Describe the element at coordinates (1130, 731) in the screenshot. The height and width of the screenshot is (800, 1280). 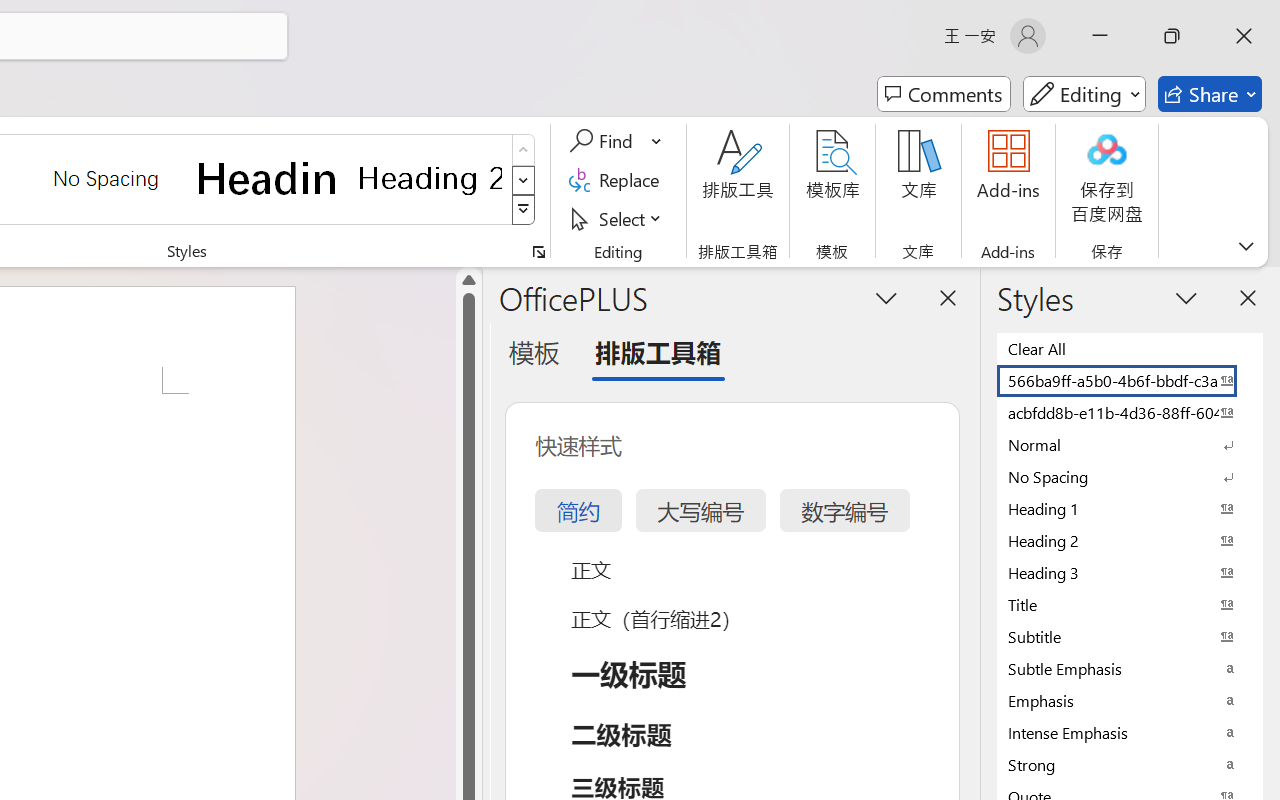
I see `'Intense Emphasis'` at that location.